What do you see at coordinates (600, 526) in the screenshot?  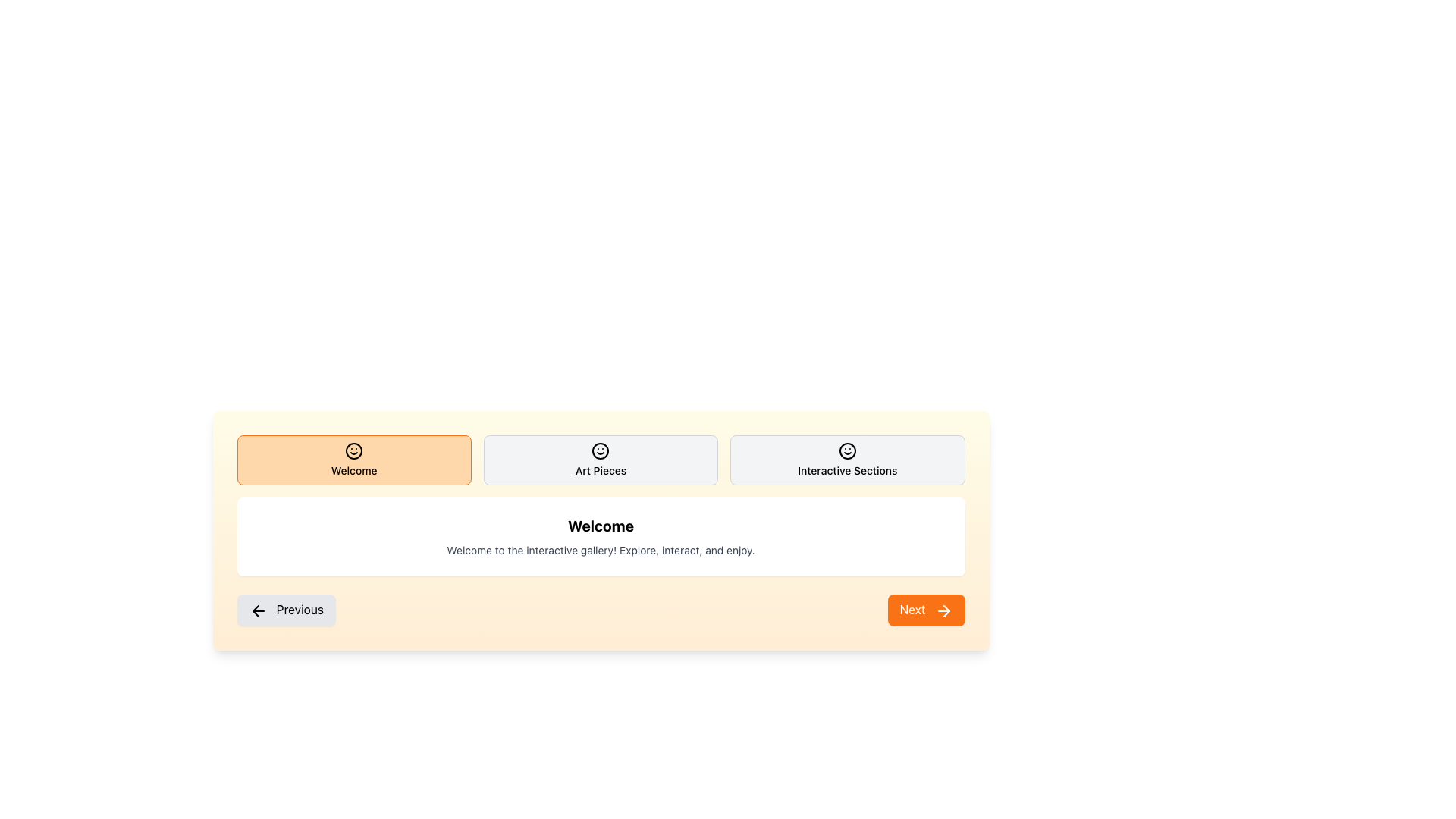 I see `the greeting text label that introduces the user to the current content or page, located at the center of a white box with rounded corners` at bounding box center [600, 526].